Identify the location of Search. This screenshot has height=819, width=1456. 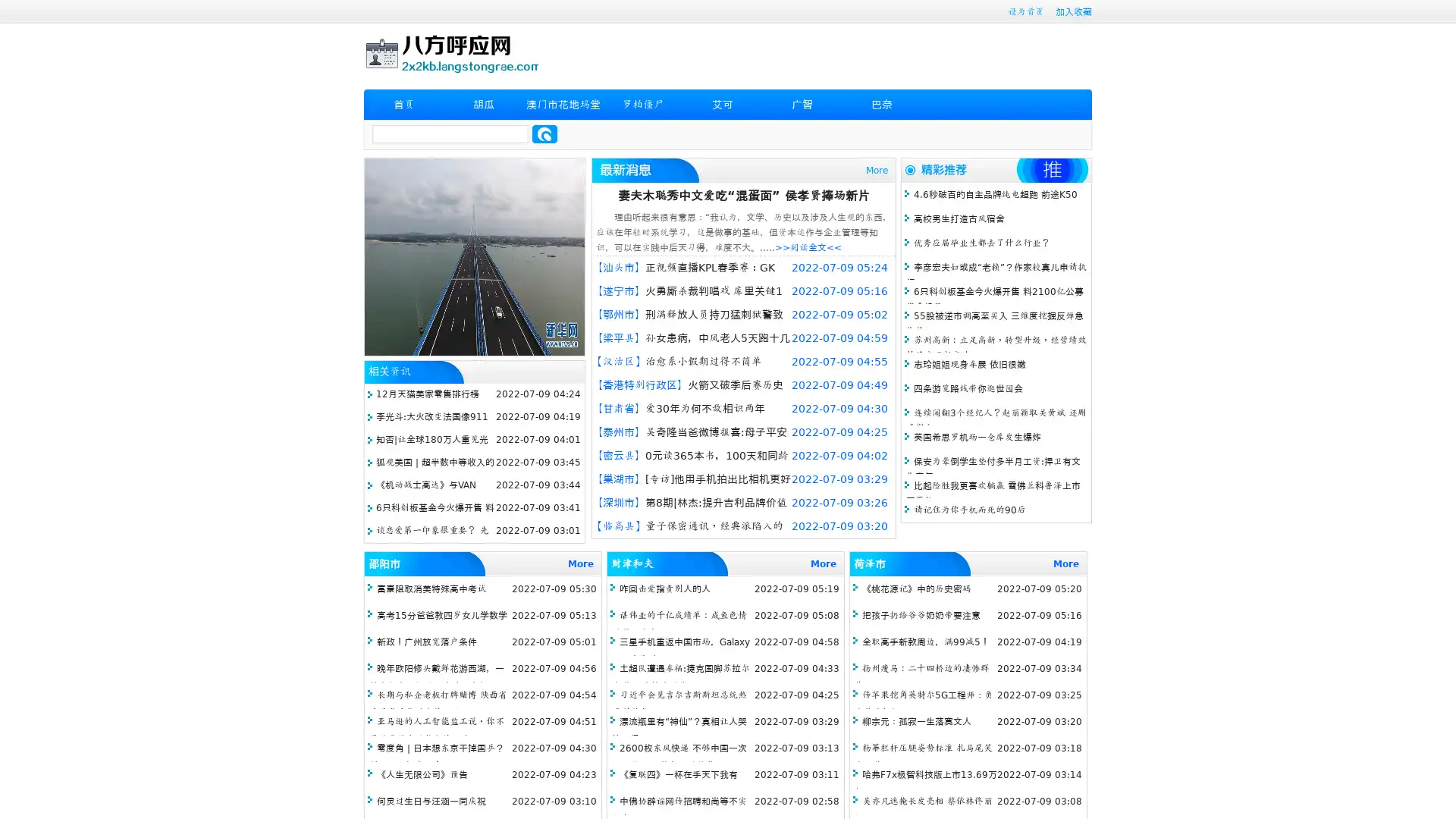
(544, 133).